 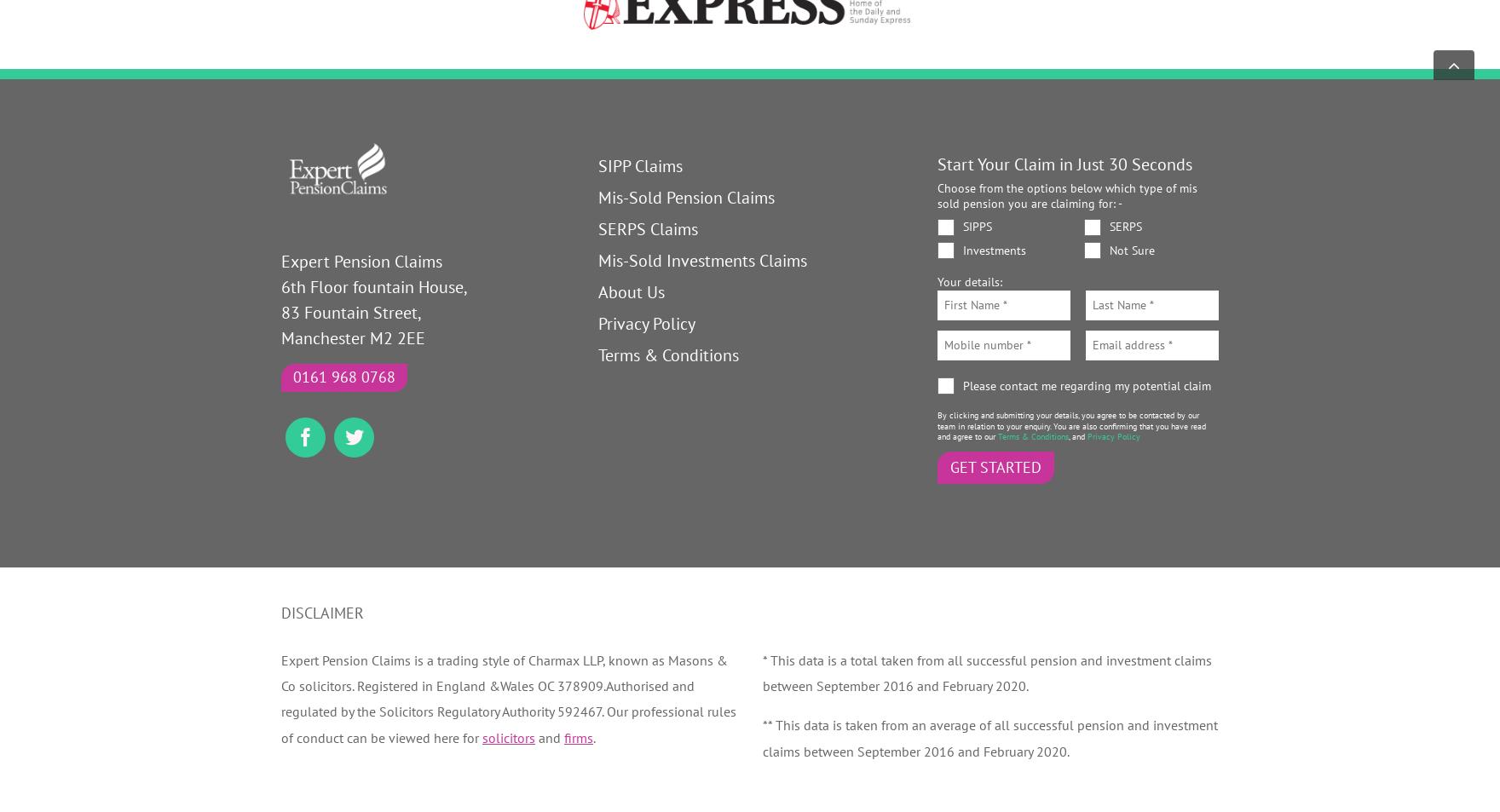 I want to click on 'Your details:', so click(x=969, y=280).